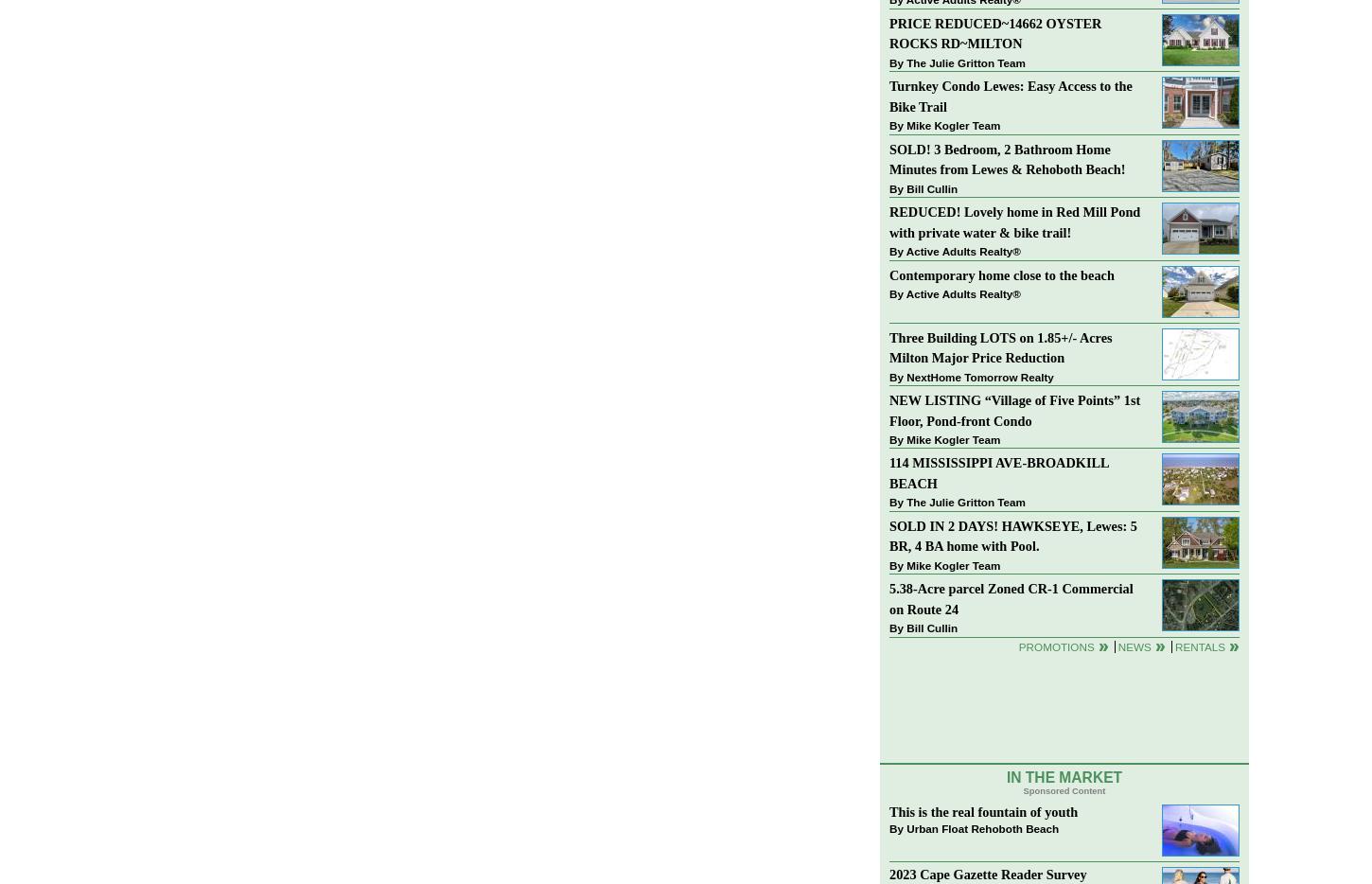 This screenshot has width=1372, height=884. Describe the element at coordinates (1014, 221) in the screenshot. I see `'REDUCED! Lovely home in Red Mill Pond with private water & bike trail!'` at that location.